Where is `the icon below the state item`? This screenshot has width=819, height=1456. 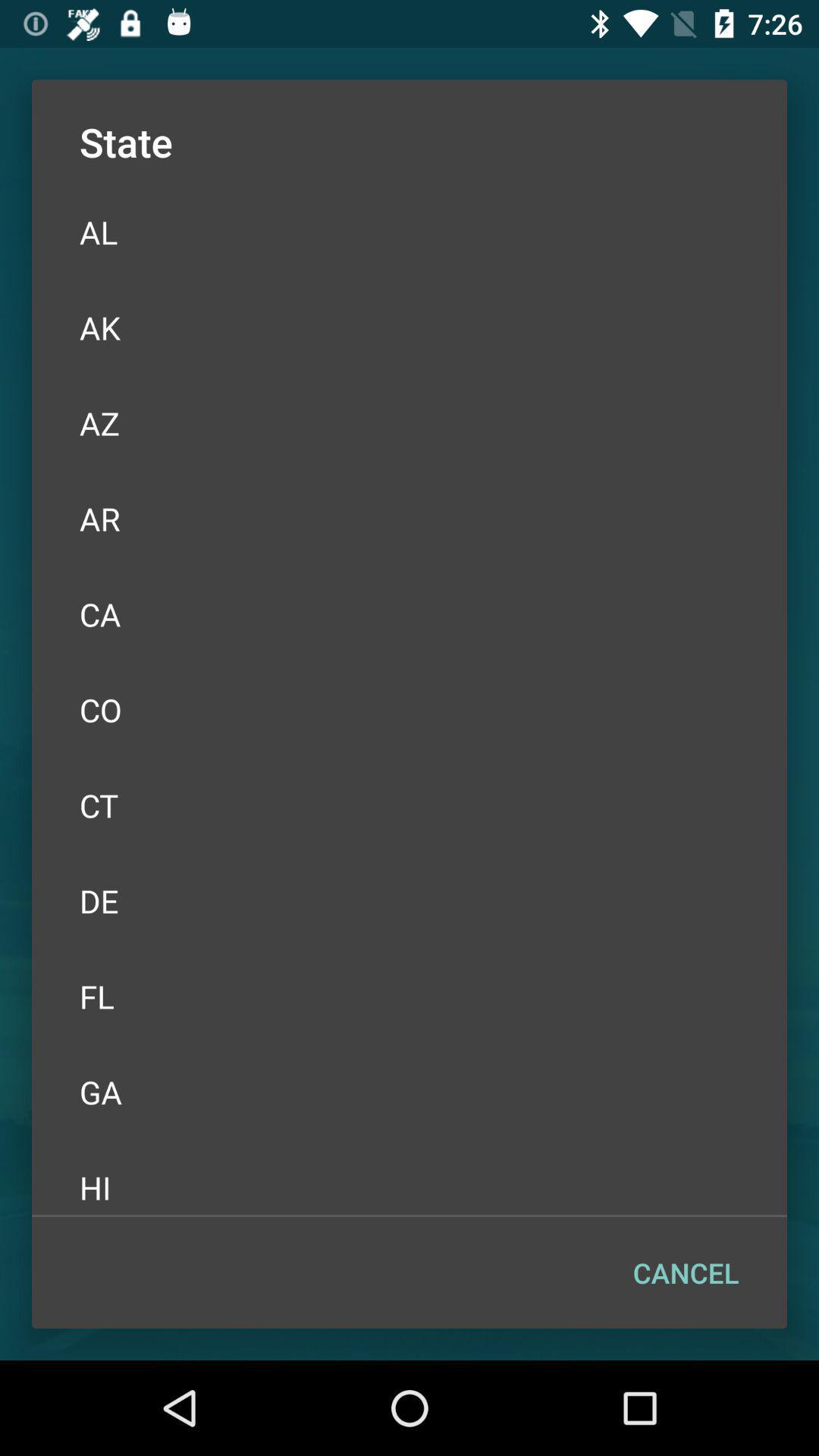
the icon below the state item is located at coordinates (409, 231).